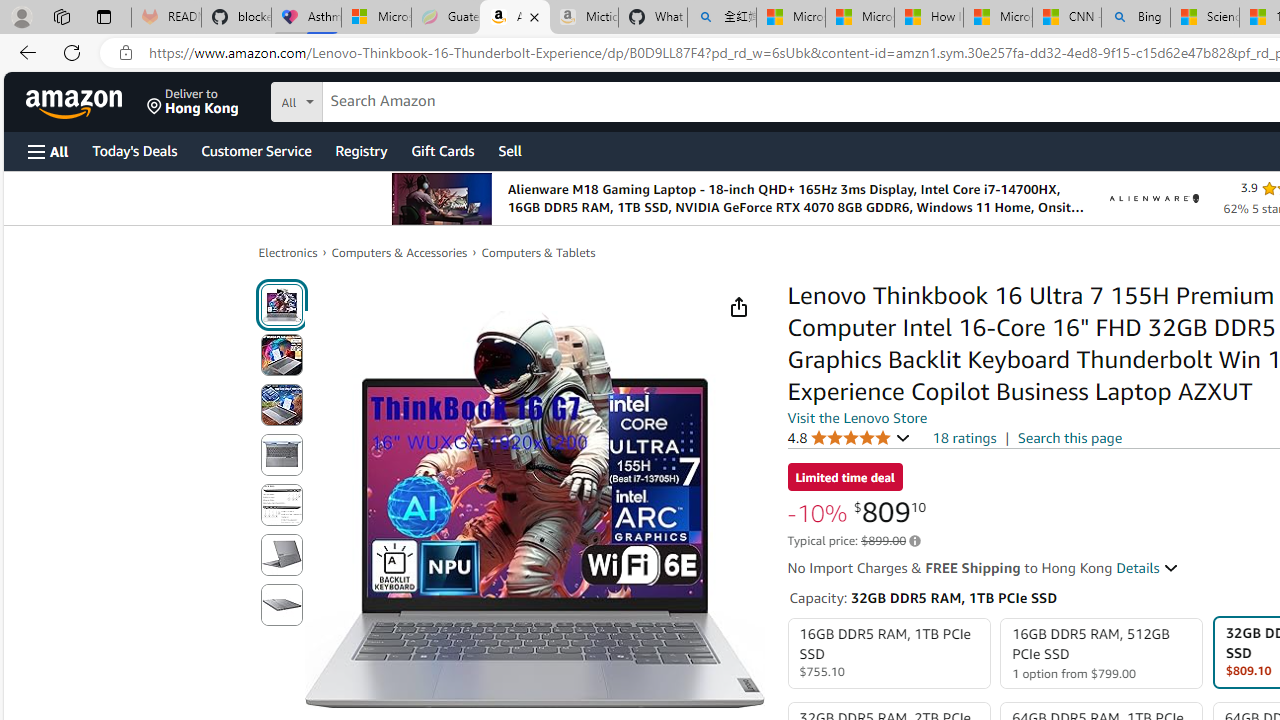 This screenshot has width=1280, height=720. Describe the element at coordinates (287, 252) in the screenshot. I see `'Electronics'` at that location.